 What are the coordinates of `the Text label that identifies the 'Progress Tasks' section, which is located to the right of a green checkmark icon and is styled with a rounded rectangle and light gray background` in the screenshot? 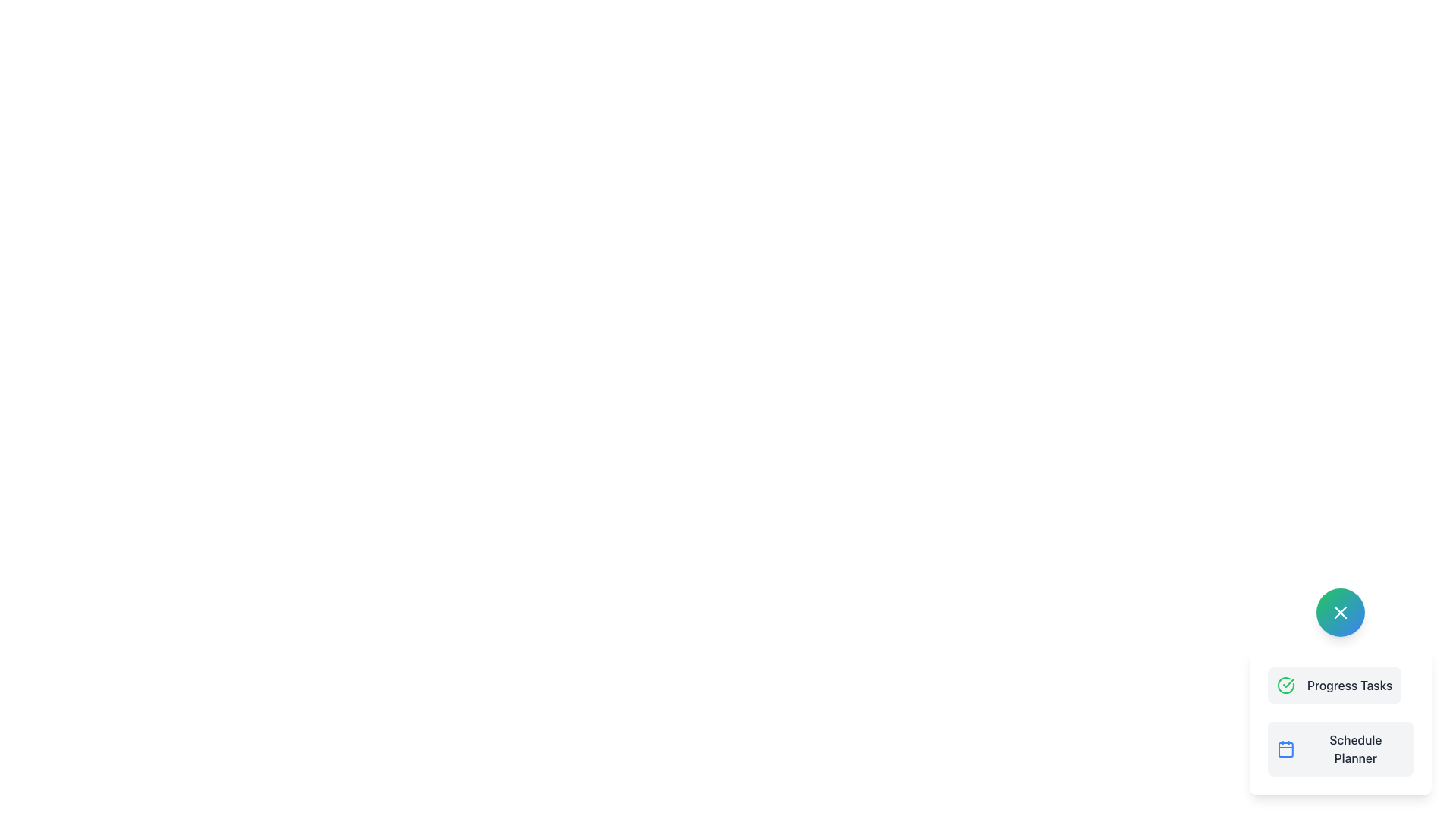 It's located at (1350, 685).